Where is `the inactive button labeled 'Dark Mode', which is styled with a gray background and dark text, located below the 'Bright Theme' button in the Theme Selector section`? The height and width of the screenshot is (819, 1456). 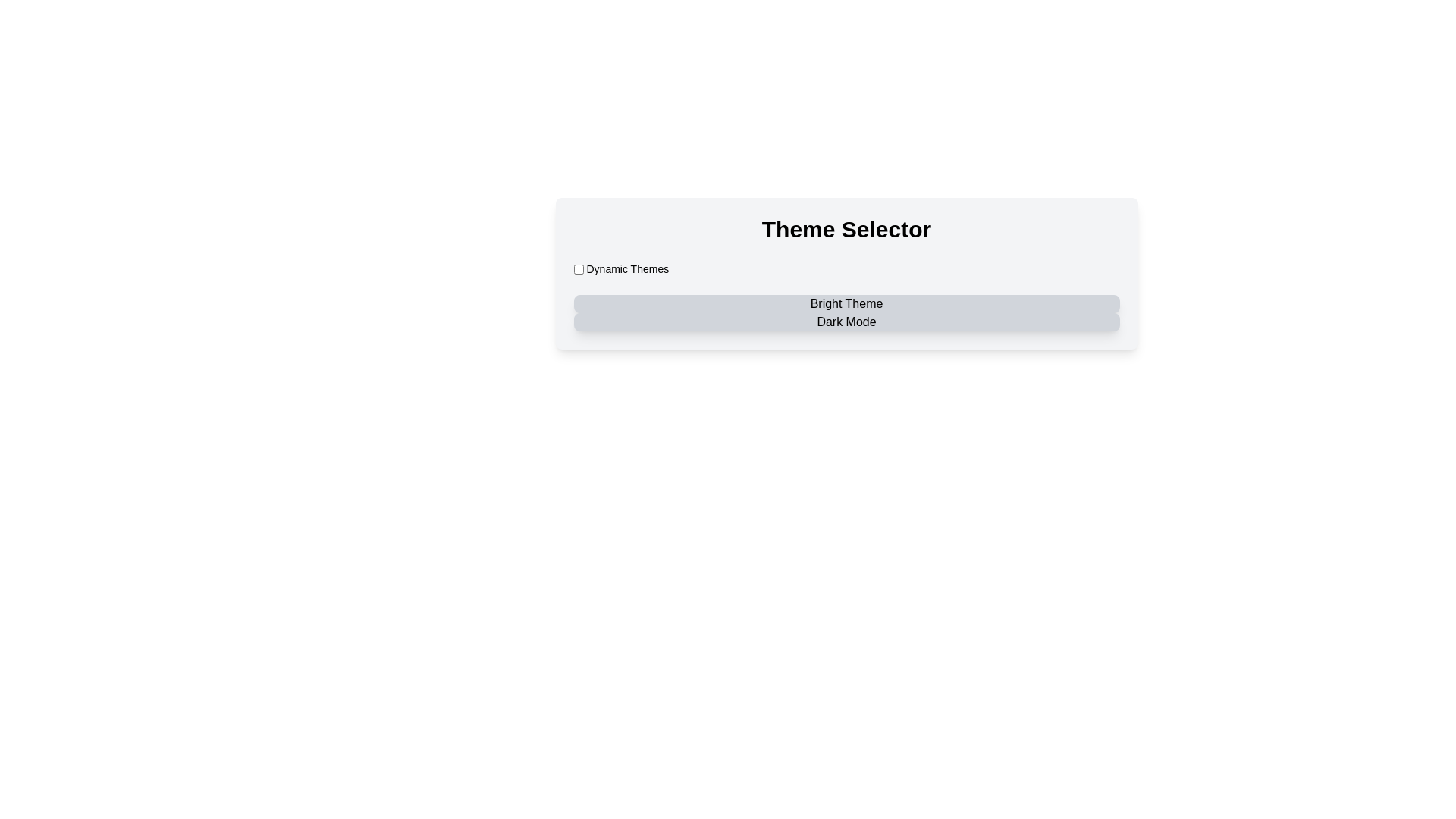 the inactive button labeled 'Dark Mode', which is styled with a gray background and dark text, located below the 'Bright Theme' button in the Theme Selector section is located at coordinates (846, 321).